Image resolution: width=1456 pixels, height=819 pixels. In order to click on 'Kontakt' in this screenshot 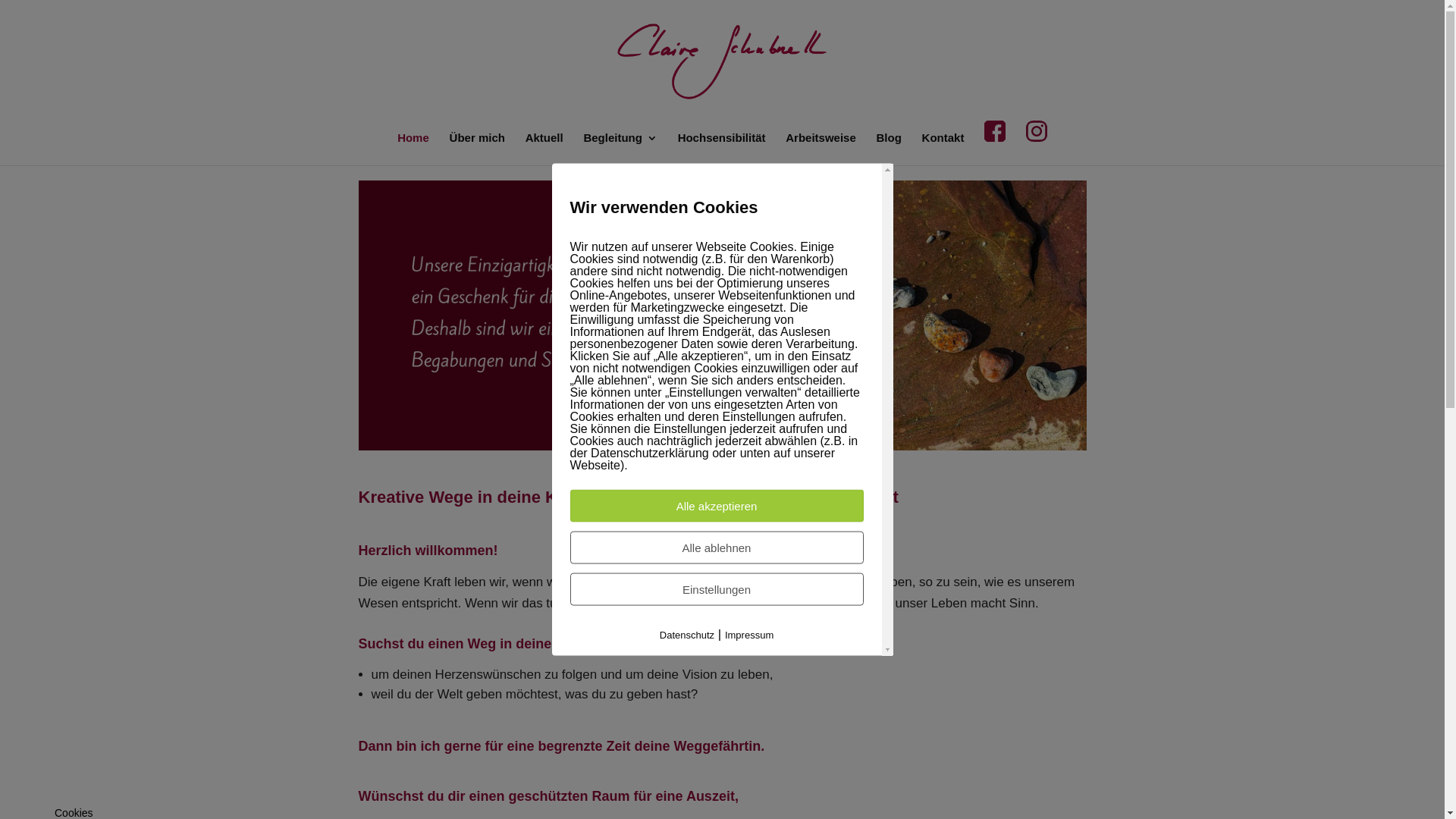, I will do `click(942, 149)`.